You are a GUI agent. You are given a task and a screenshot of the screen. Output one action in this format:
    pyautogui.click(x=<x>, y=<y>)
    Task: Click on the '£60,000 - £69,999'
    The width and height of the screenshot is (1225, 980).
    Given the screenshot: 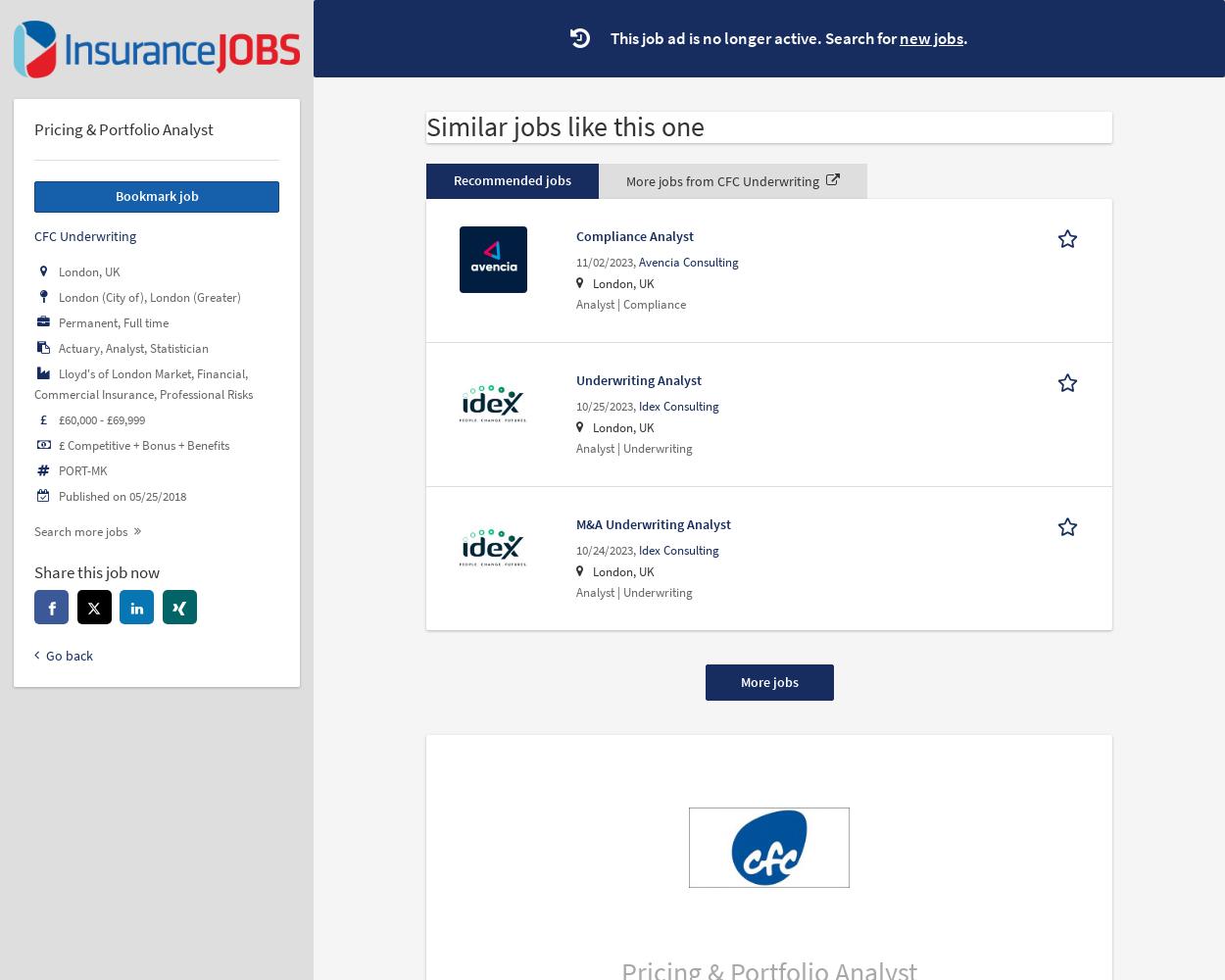 What is the action you would take?
    pyautogui.click(x=101, y=418)
    